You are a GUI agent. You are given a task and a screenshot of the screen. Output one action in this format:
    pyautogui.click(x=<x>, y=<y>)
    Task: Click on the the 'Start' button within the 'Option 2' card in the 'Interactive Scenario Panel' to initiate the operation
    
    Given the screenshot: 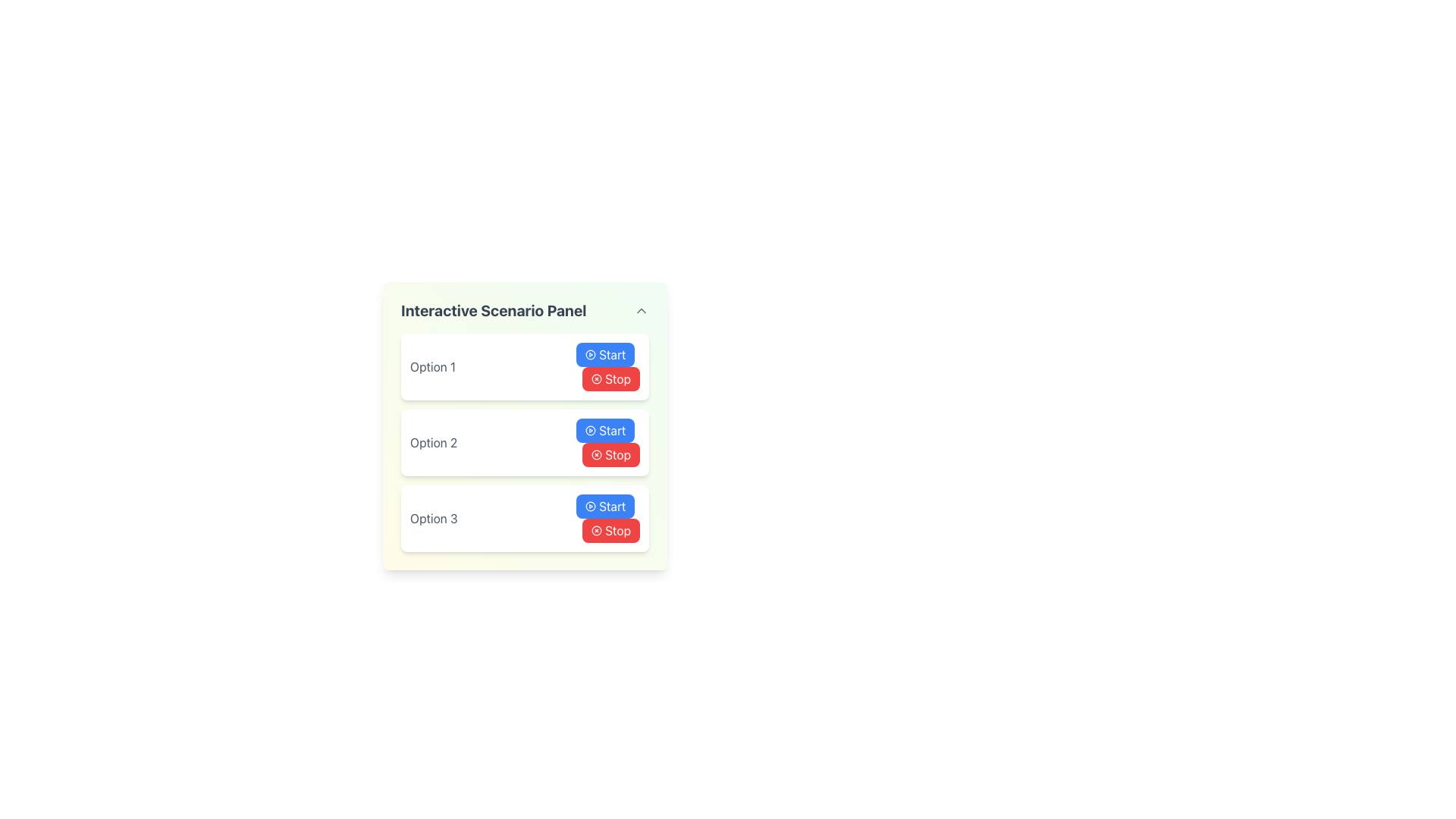 What is the action you would take?
    pyautogui.click(x=607, y=442)
    